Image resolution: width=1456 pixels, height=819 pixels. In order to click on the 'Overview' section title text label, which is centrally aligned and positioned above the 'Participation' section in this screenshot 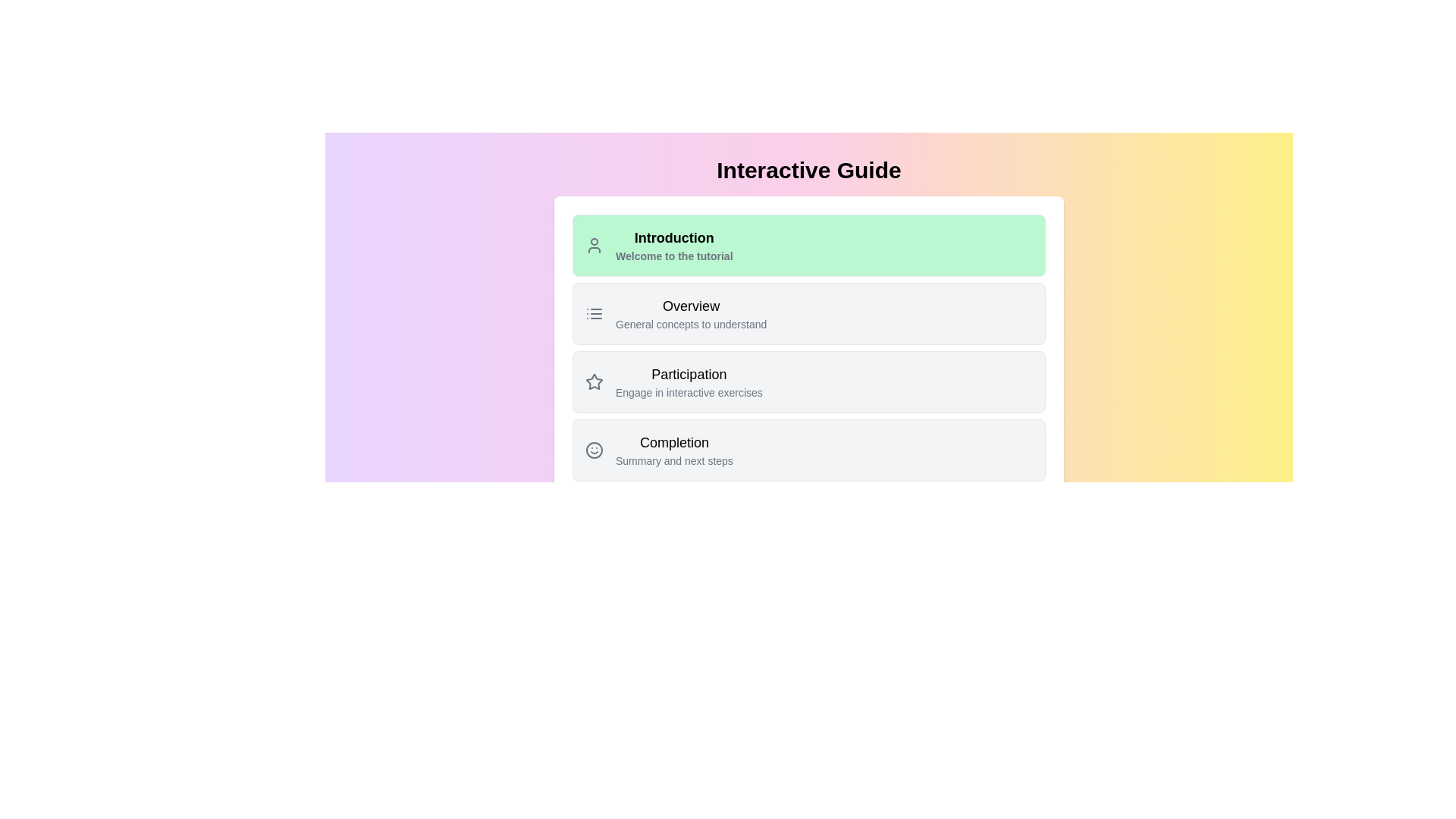, I will do `click(690, 306)`.